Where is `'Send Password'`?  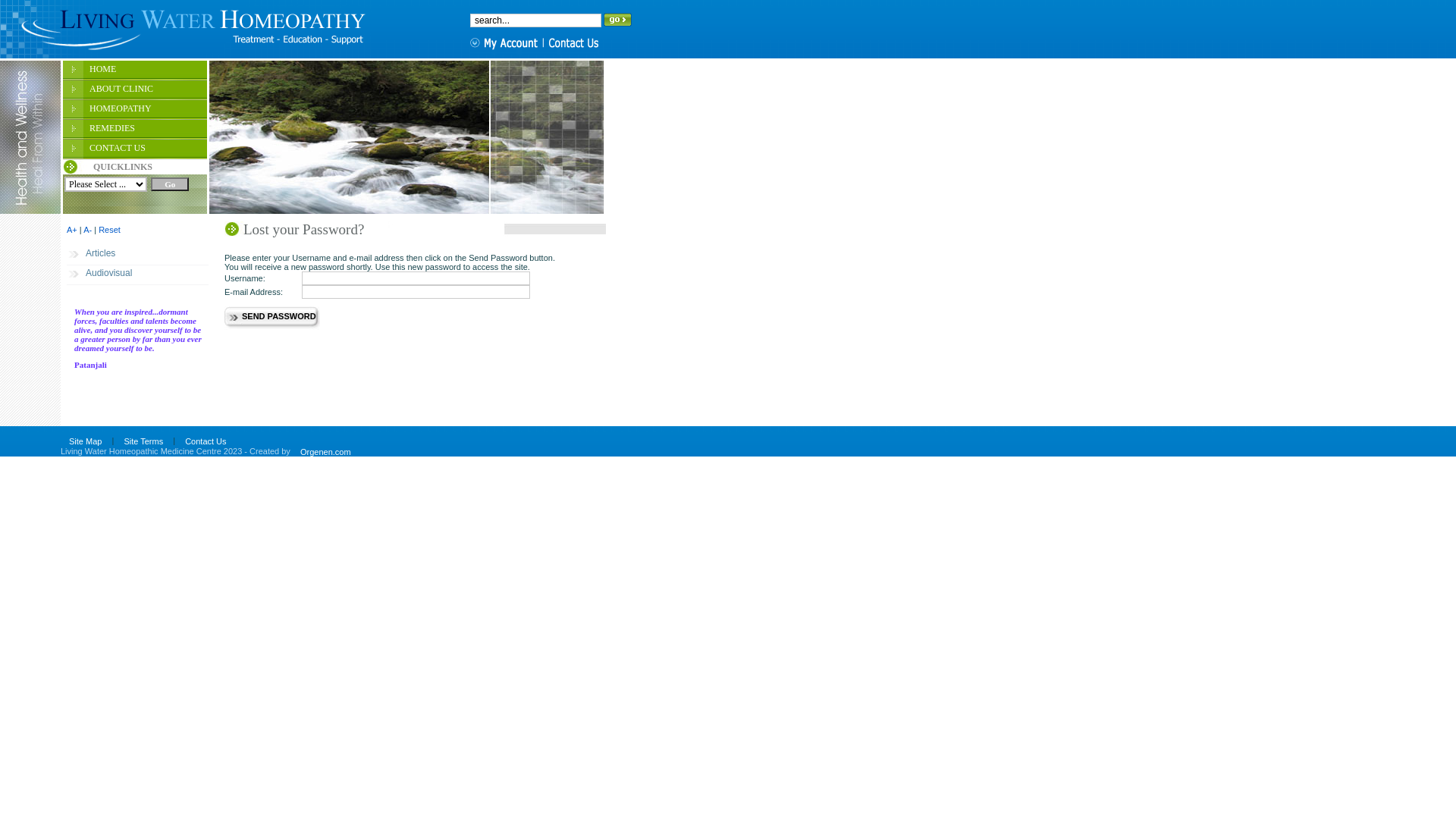
'Send Password' is located at coordinates (224, 317).